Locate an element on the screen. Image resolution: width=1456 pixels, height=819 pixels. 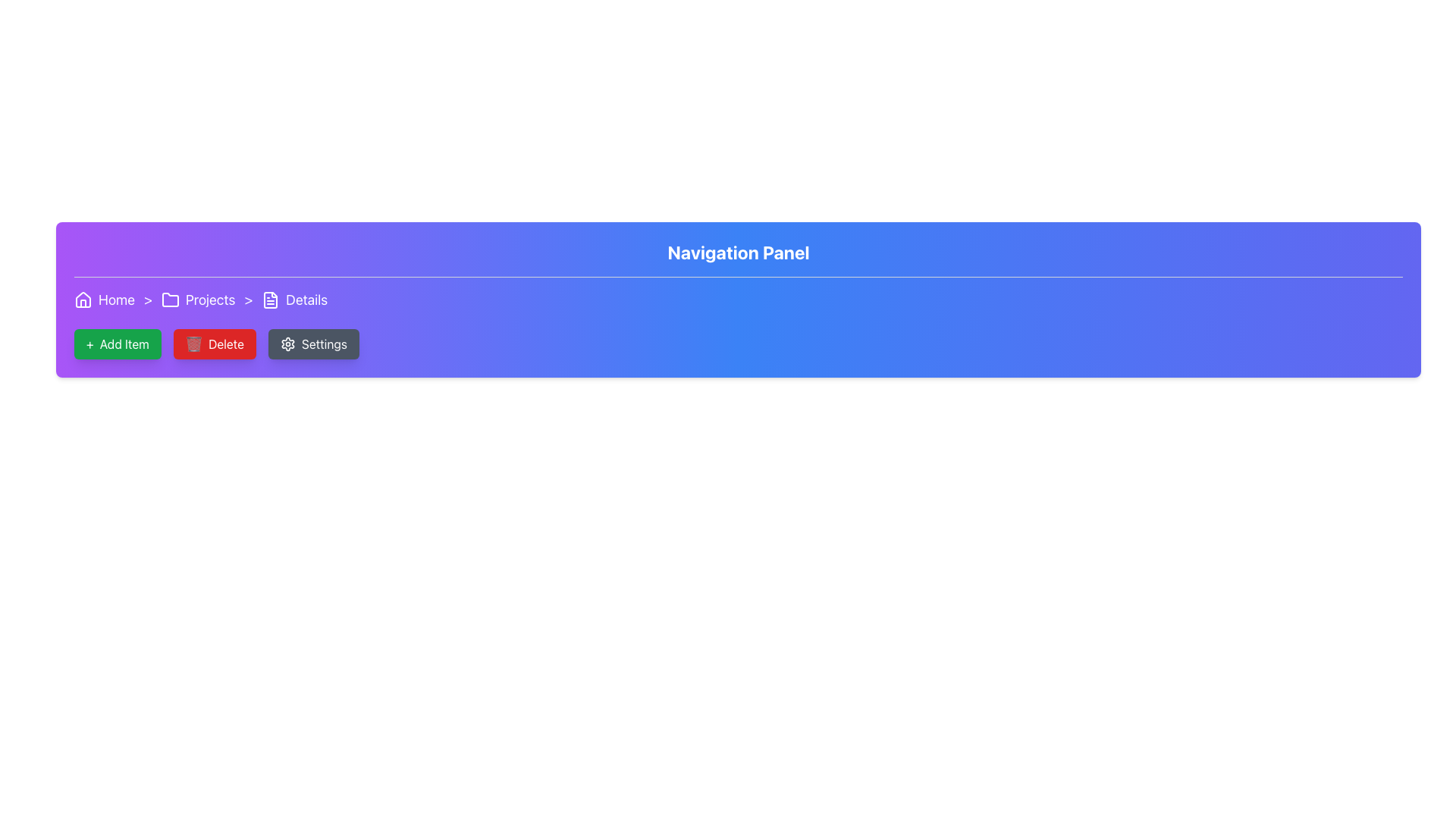
the settings icon located to the left of the 'Settings' text label, which is part of a group of action buttons at the bottom right of the navigation panel is located at coordinates (287, 344).